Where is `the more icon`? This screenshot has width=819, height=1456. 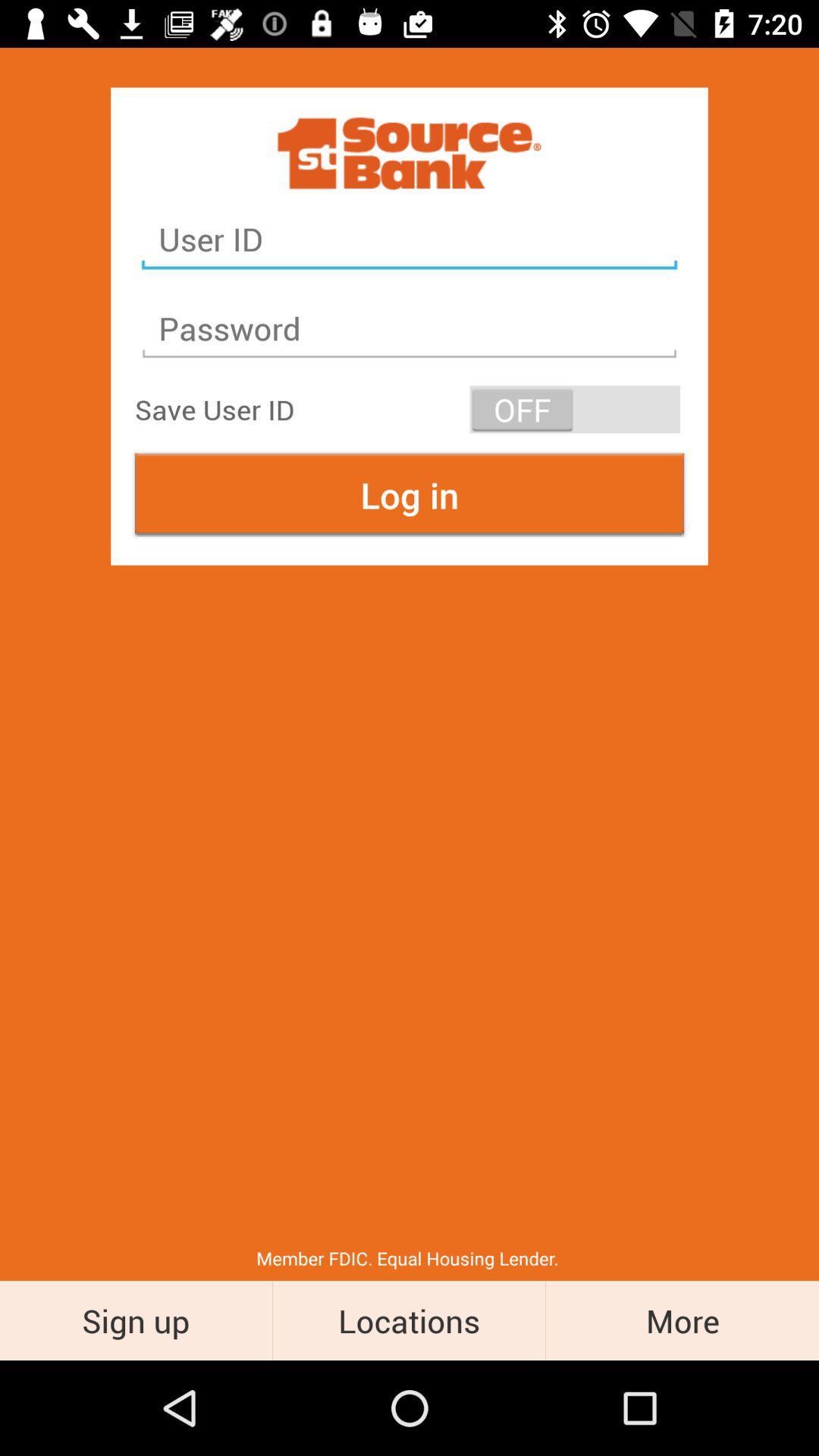
the more icon is located at coordinates (681, 1319).